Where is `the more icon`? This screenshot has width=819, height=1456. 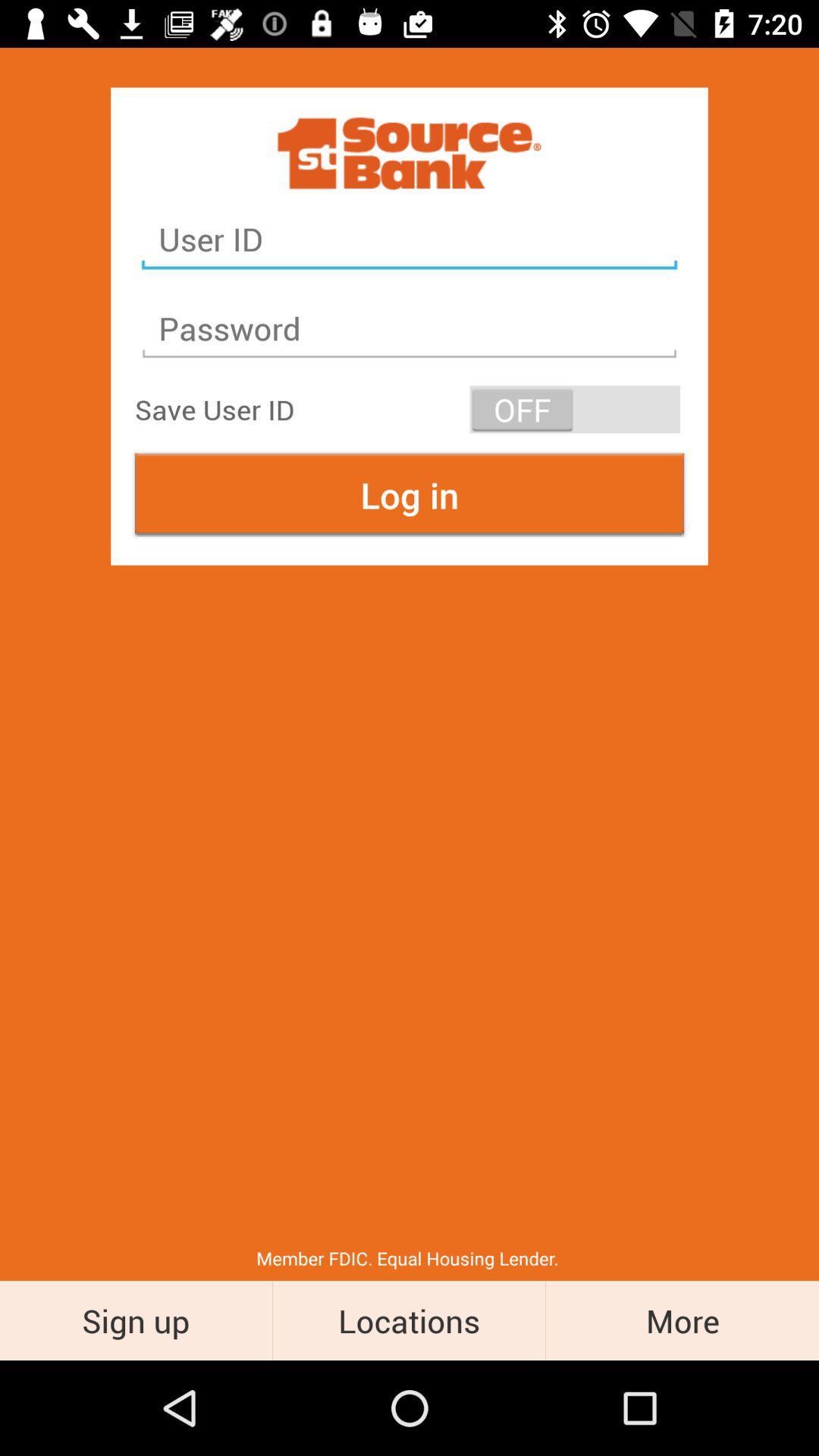
the more icon is located at coordinates (681, 1319).